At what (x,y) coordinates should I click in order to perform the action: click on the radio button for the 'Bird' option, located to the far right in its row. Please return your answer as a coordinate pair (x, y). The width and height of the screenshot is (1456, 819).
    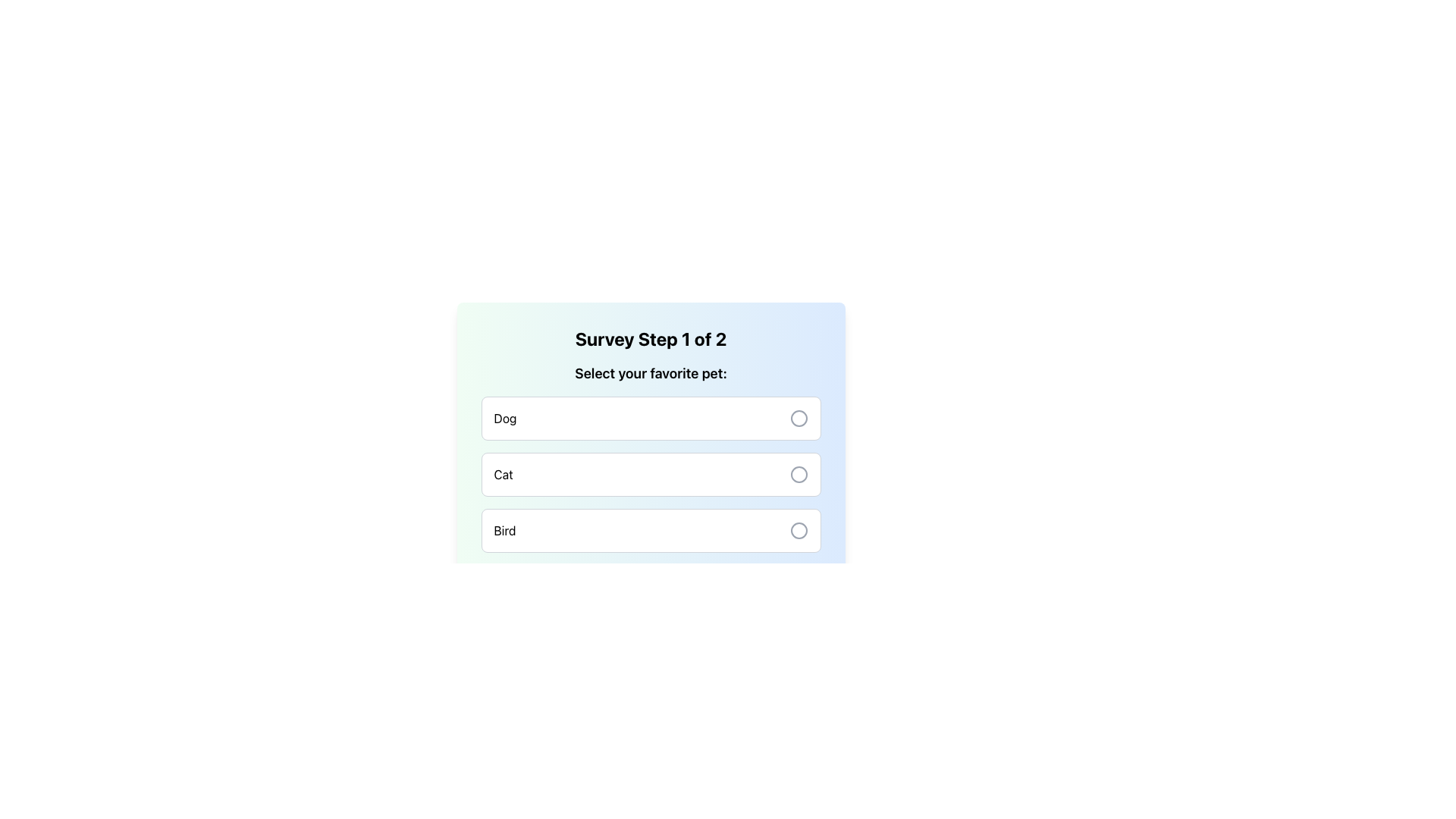
    Looking at the image, I should click on (798, 529).